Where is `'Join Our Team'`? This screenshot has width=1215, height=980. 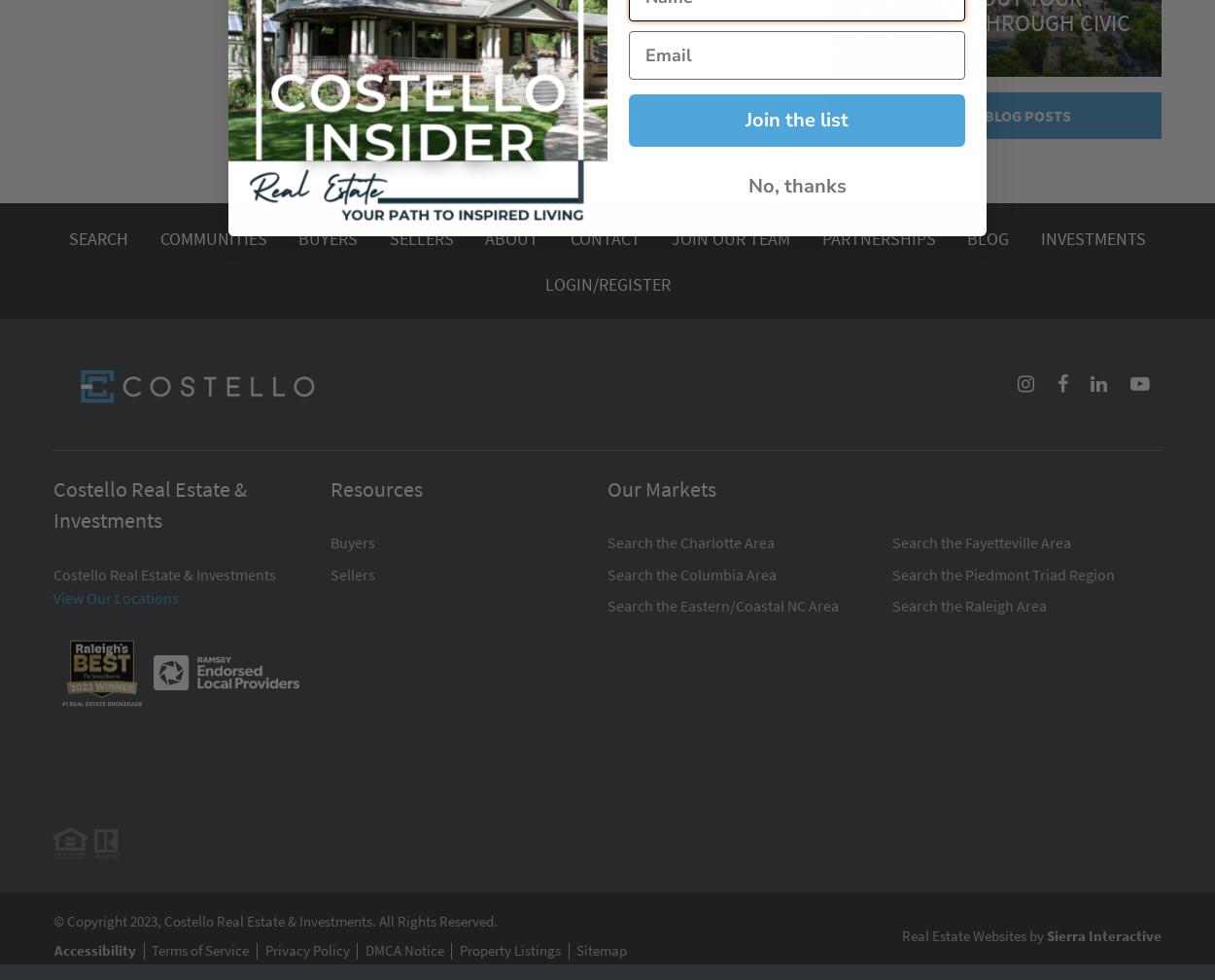 'Join Our Team' is located at coordinates (731, 238).